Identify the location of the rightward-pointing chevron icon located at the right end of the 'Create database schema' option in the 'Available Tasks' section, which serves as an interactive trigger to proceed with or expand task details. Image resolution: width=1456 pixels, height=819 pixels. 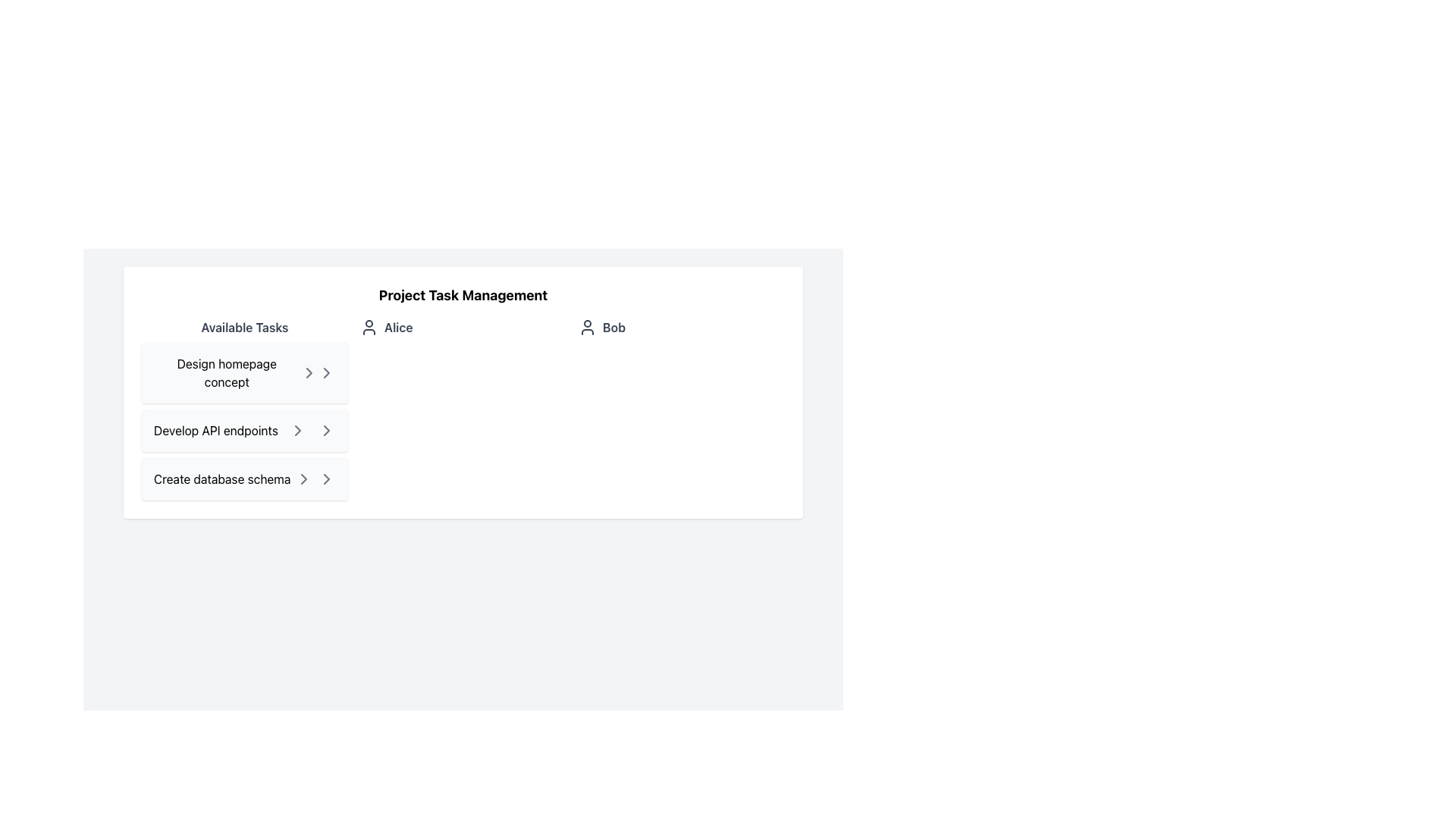
(326, 479).